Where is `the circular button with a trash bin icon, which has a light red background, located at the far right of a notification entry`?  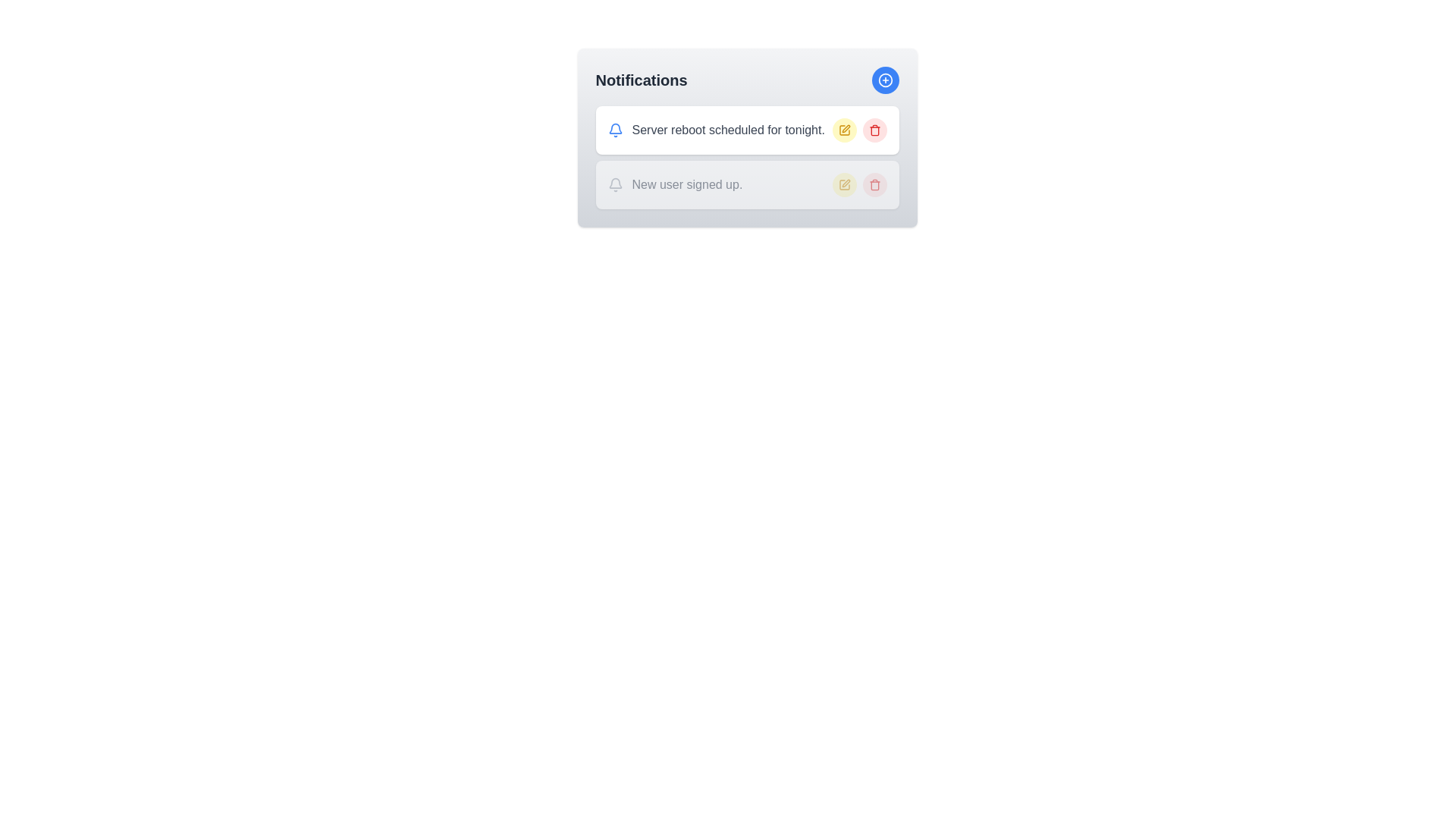 the circular button with a trash bin icon, which has a light red background, located at the far right of a notification entry is located at coordinates (874, 130).